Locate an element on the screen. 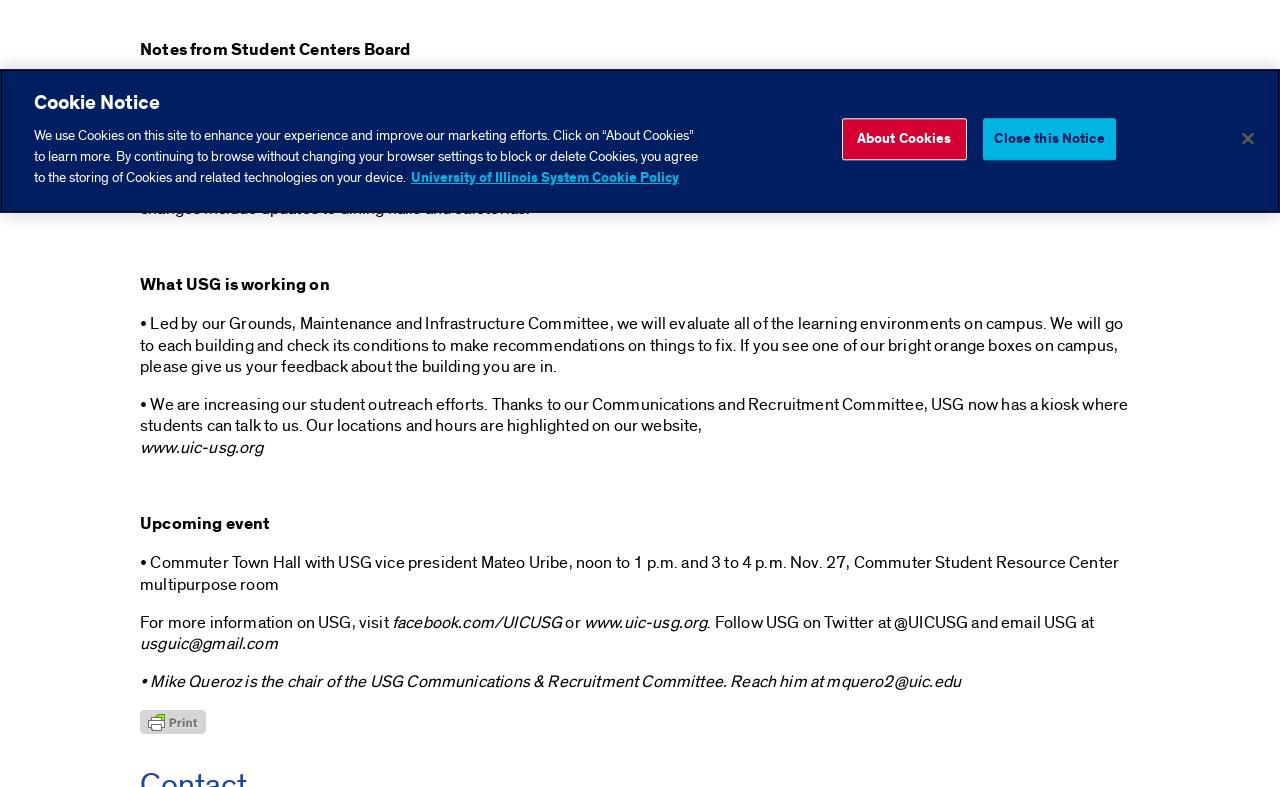 This screenshot has height=787, width=1280. '• Expect to see new furniture and new paint in the Pier Room in Student Center East this spring.' is located at coordinates (139, 148).